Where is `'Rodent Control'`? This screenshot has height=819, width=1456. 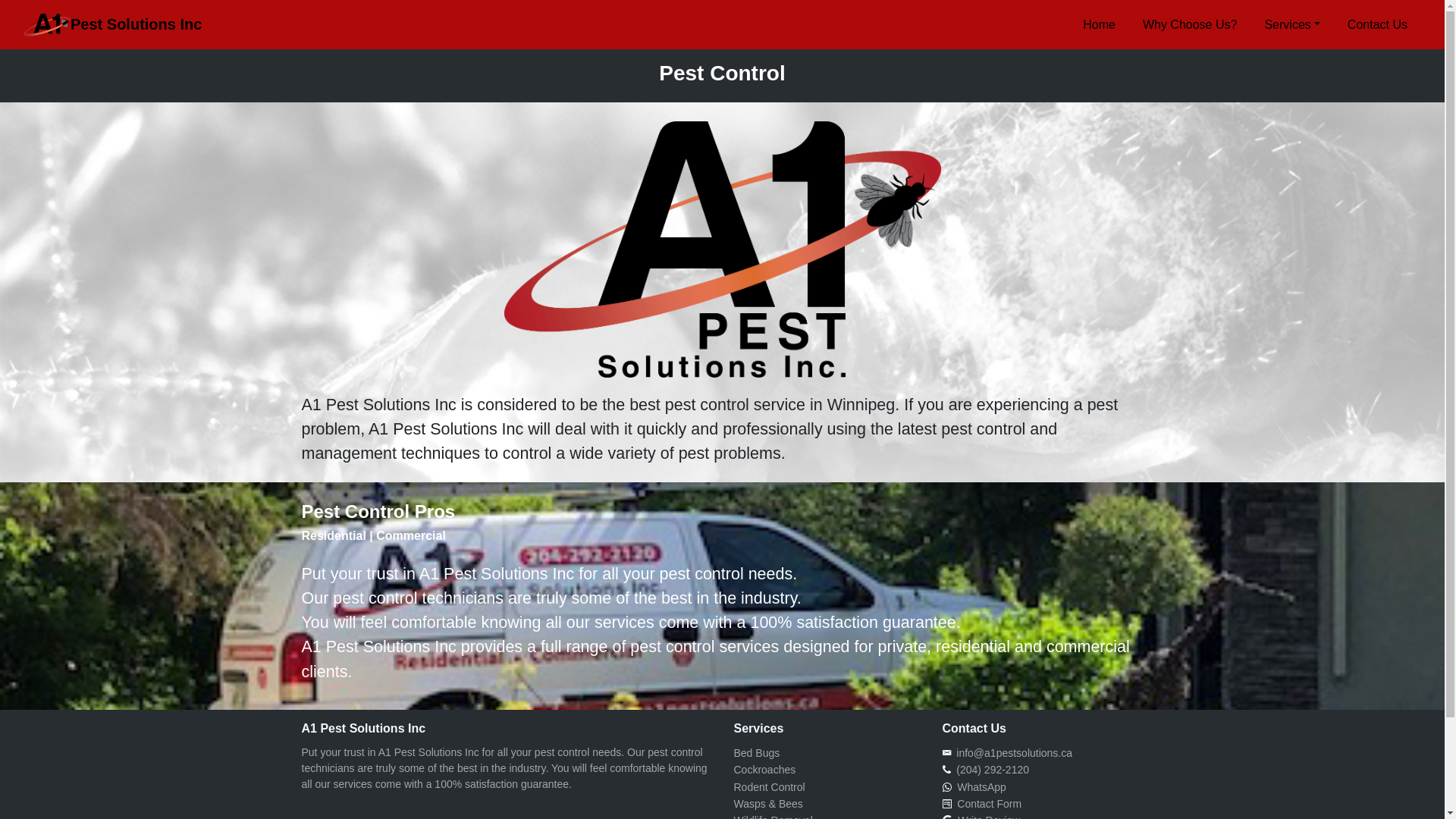 'Rodent Control' is located at coordinates (769, 786).